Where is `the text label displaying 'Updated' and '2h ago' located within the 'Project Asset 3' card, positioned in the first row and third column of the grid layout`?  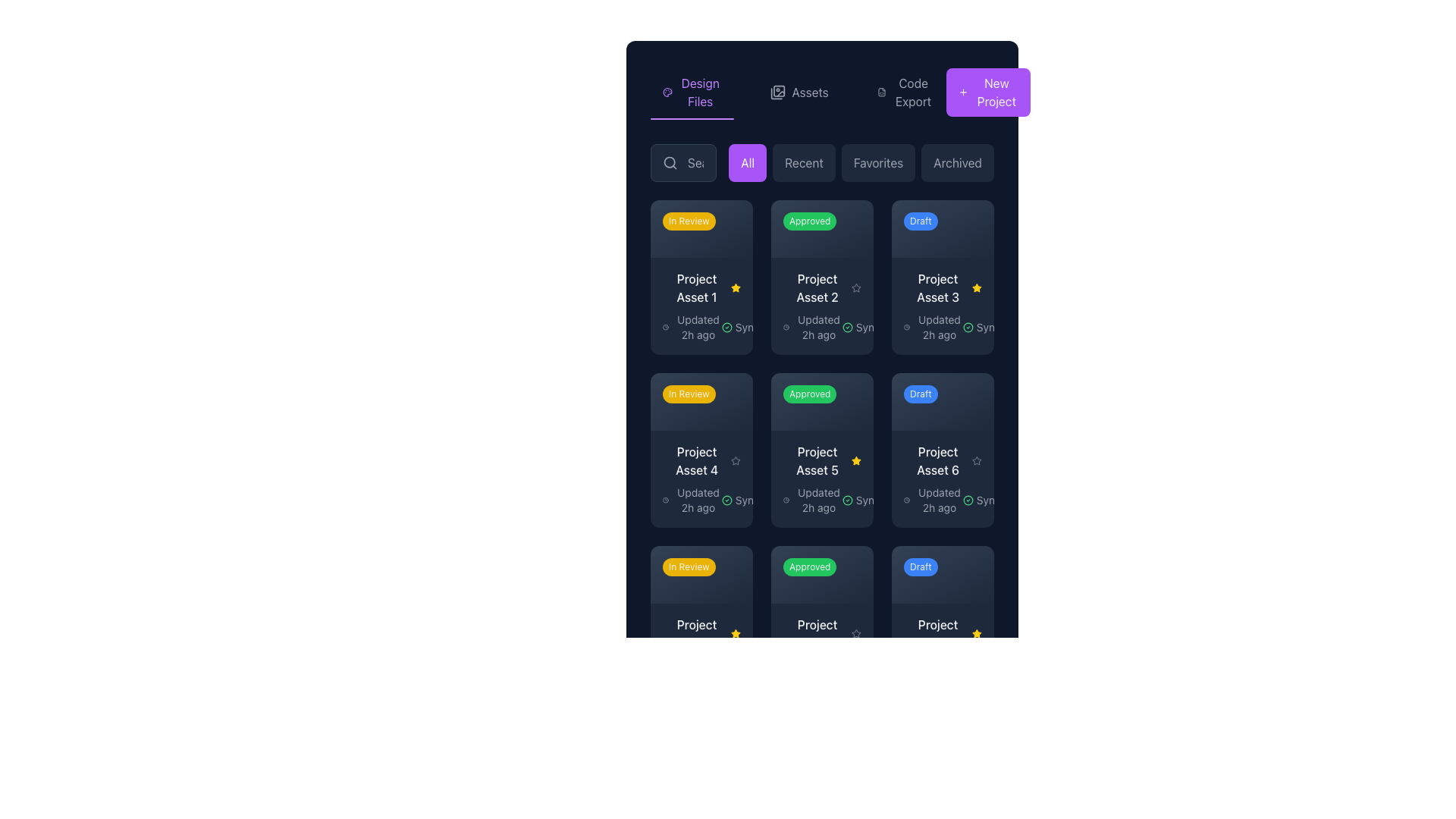
the text label displaying 'Updated' and '2h ago' located within the 'Project Asset 3' card, positioned in the first row and third column of the grid layout is located at coordinates (938, 326).